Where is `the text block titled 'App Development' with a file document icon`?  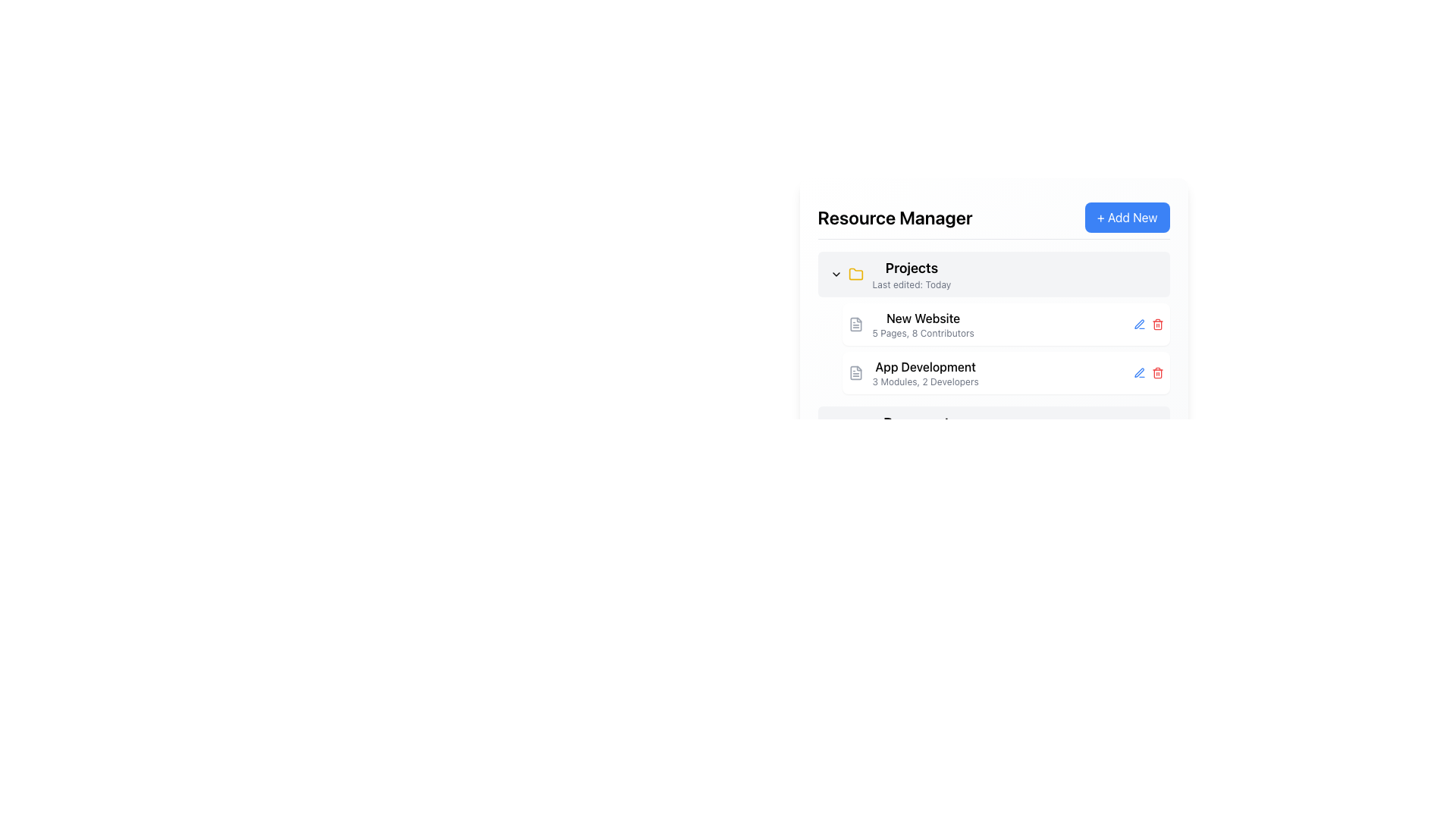 the text block titled 'App Development' with a file document icon is located at coordinates (912, 373).